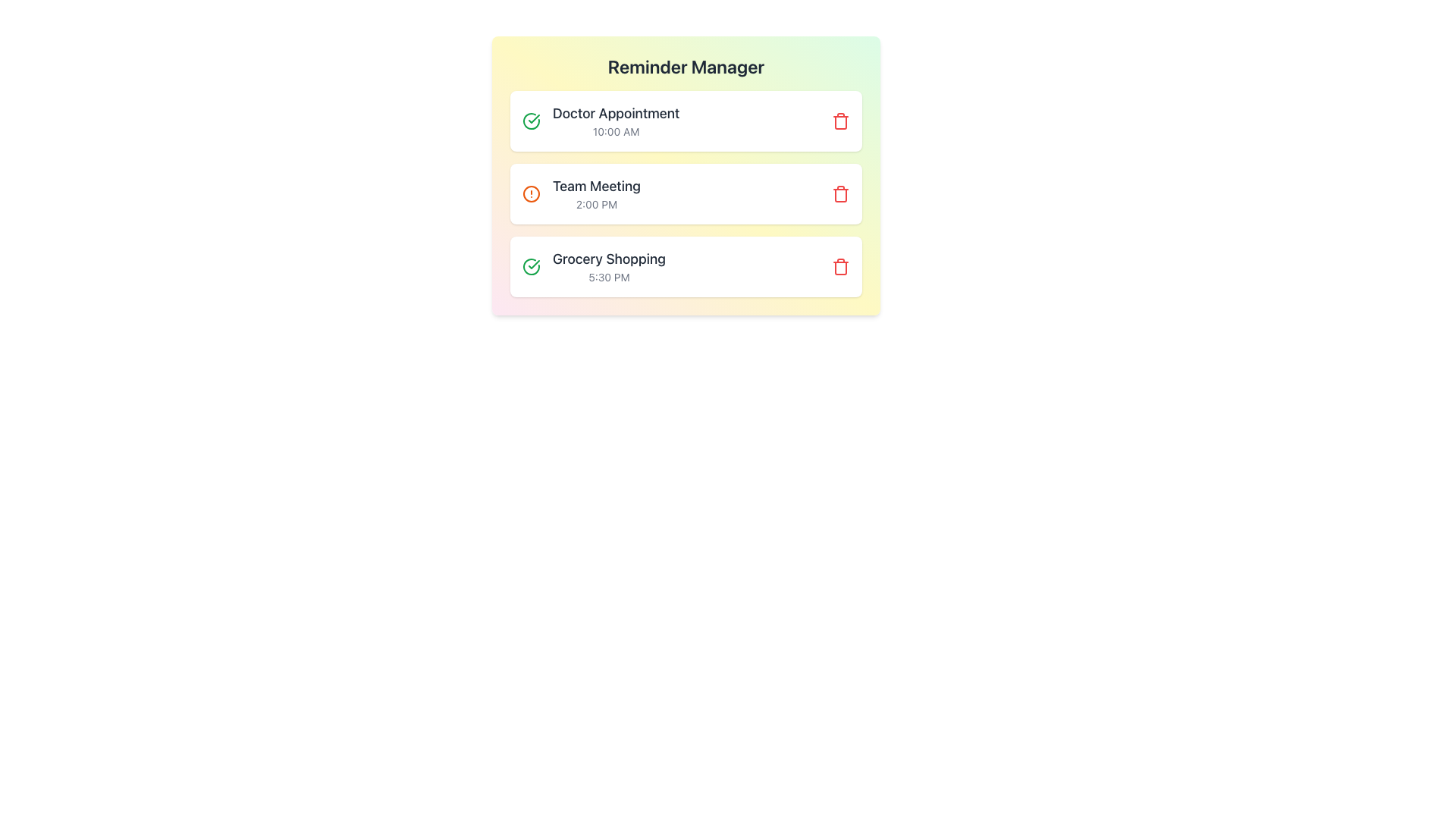  I want to click on the Checkmark SVG icon indicating the completion status of the 'Doctor Appointment' task, located in the upper-left quadrant of the reminder manager interface, so click(534, 263).